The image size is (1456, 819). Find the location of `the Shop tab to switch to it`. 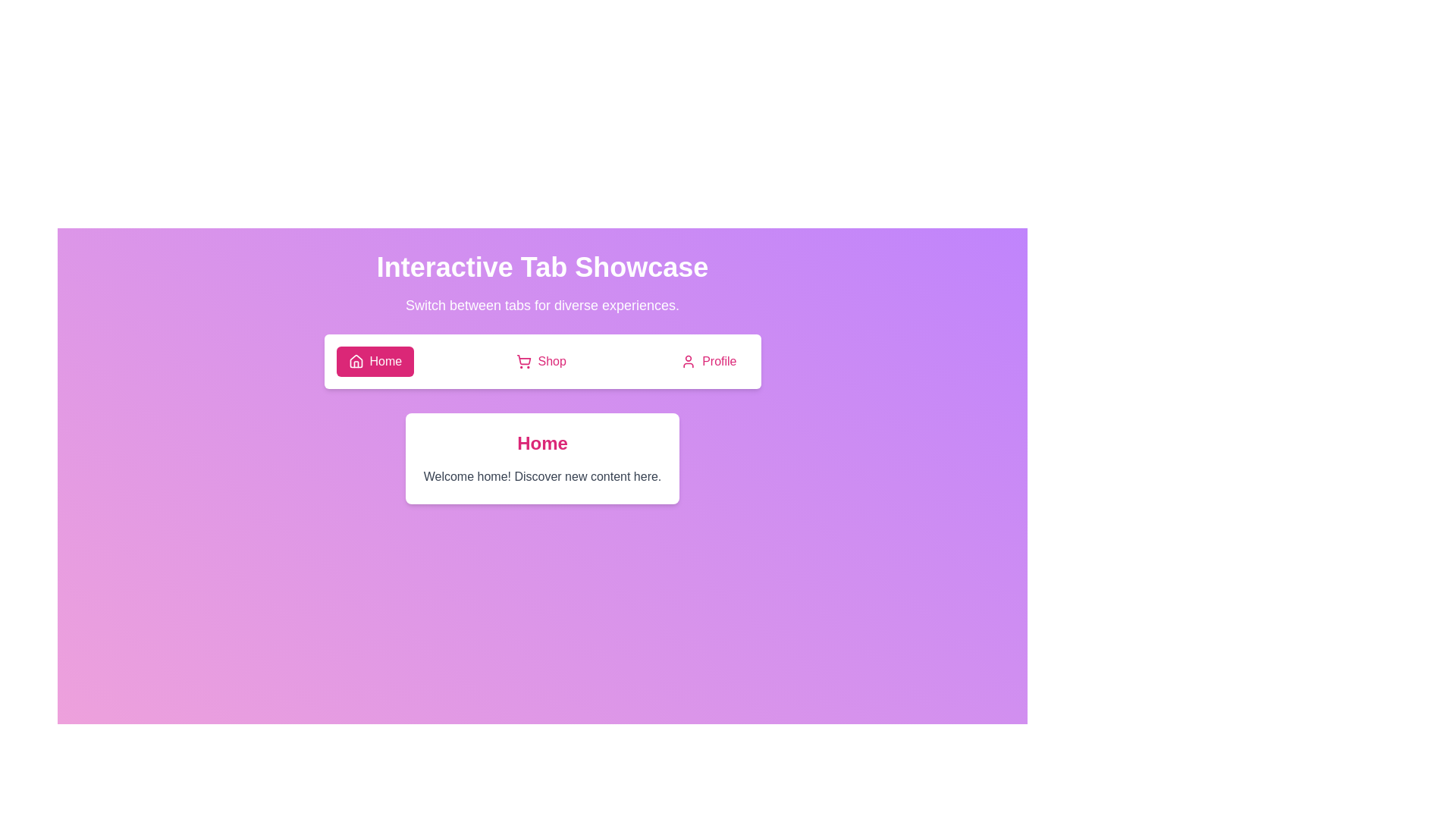

the Shop tab to switch to it is located at coordinates (541, 362).